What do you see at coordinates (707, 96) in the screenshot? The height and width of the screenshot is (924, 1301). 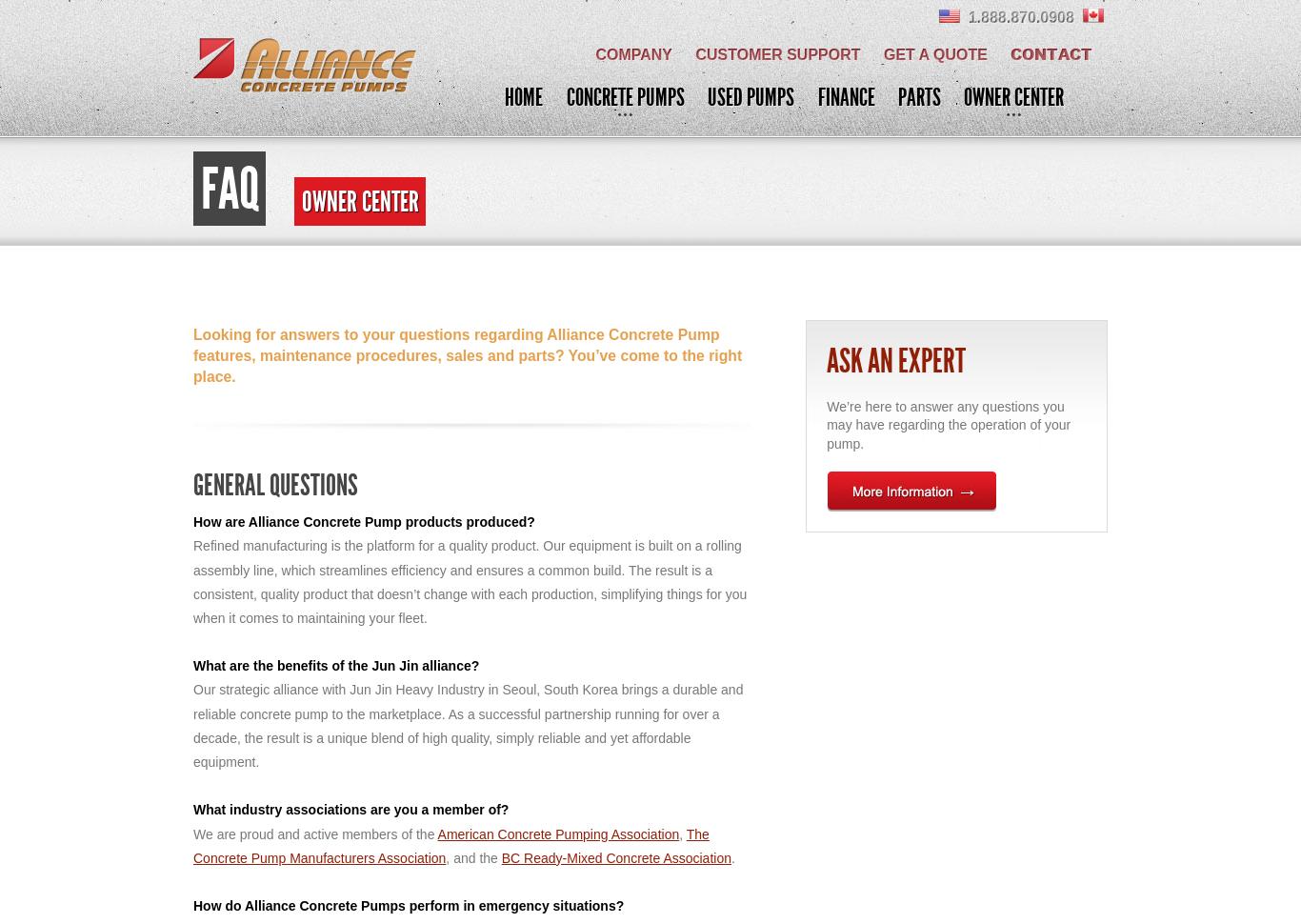 I see `'Used Pumps'` at bounding box center [707, 96].